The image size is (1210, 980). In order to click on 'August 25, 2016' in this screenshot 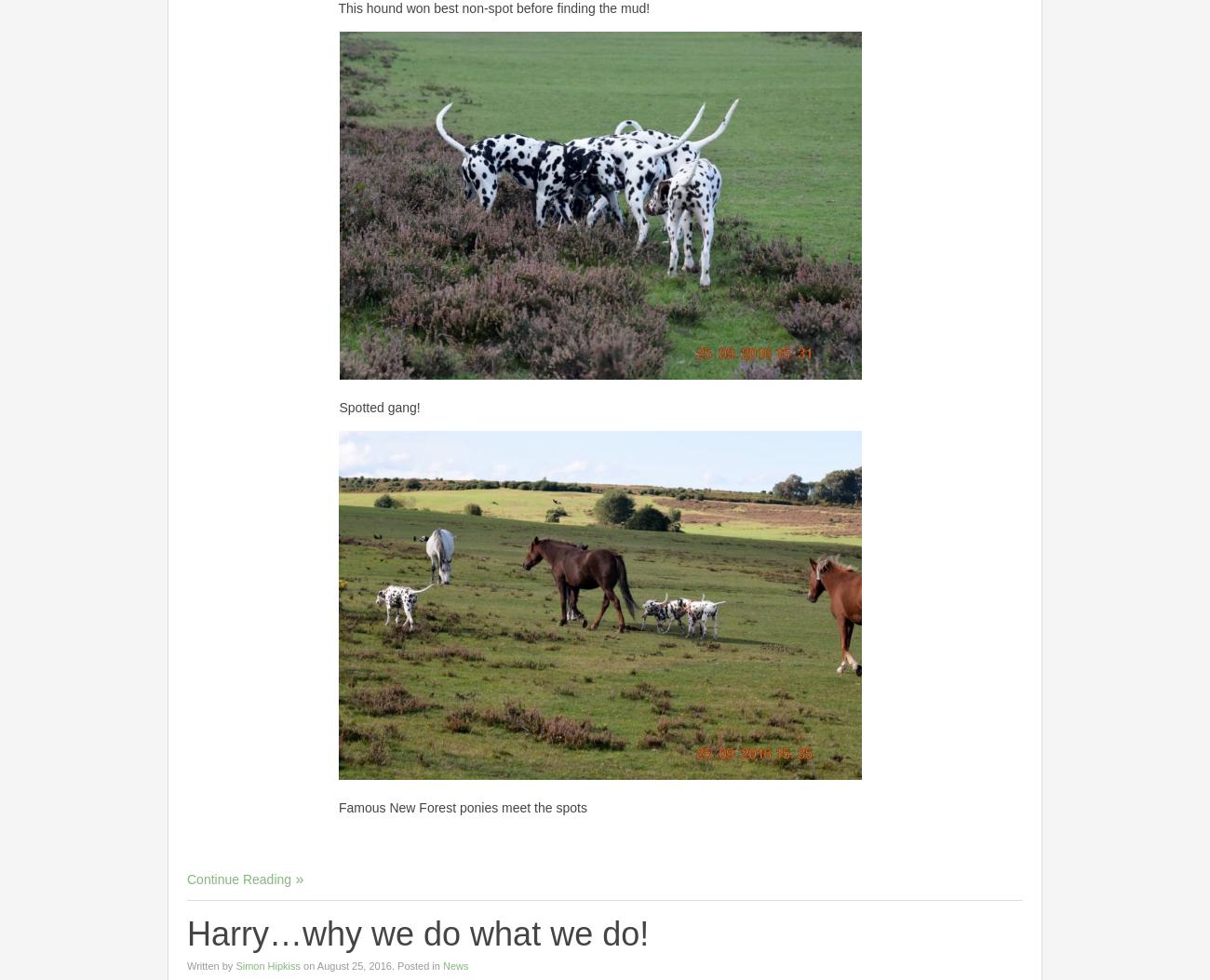, I will do `click(352, 963)`.